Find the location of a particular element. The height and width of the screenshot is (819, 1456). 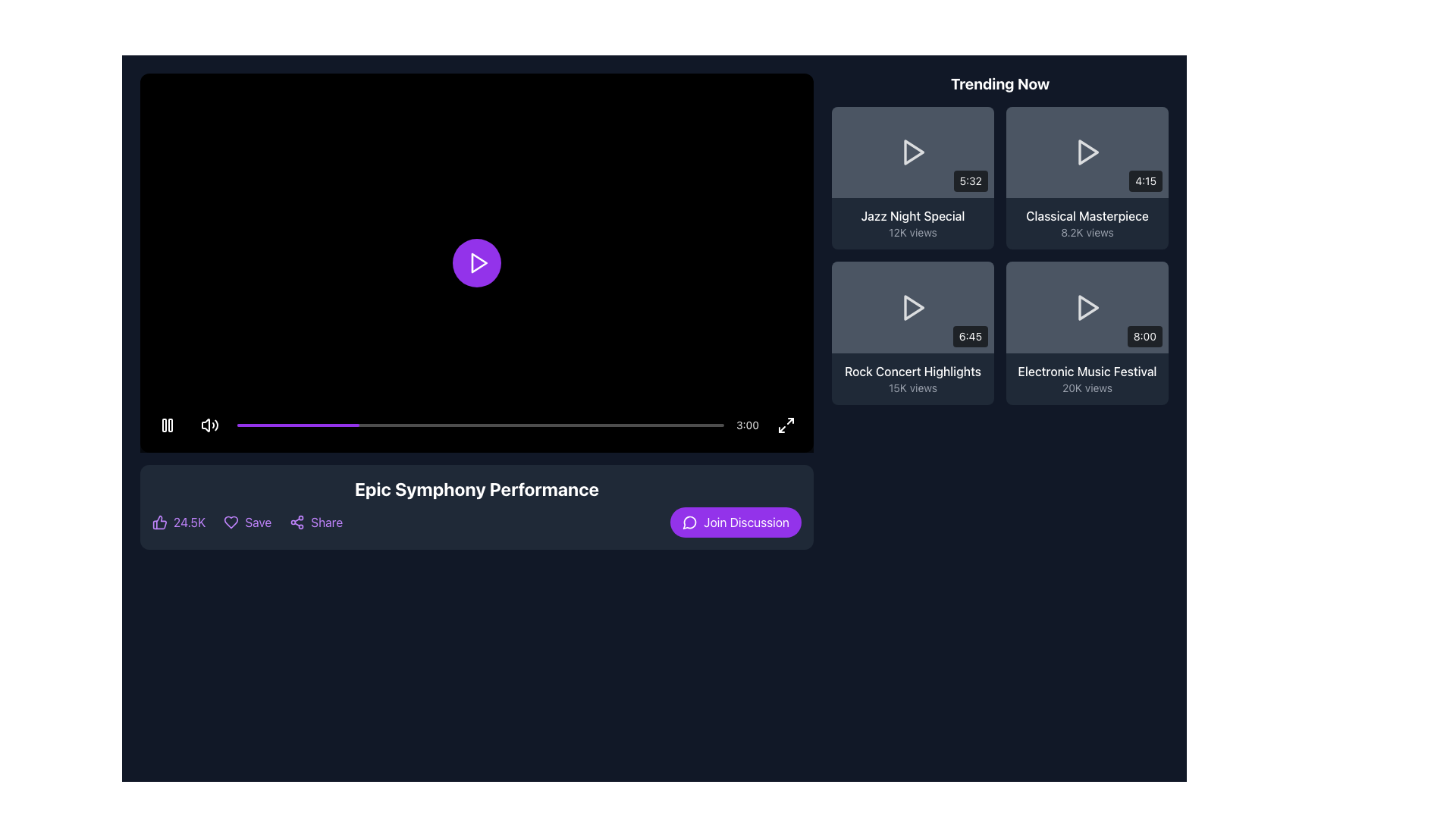

the triangular play icon located in the lower-right section of the interface, specifically within the 'Trending Now' section, to initiate playback is located at coordinates (1087, 307).